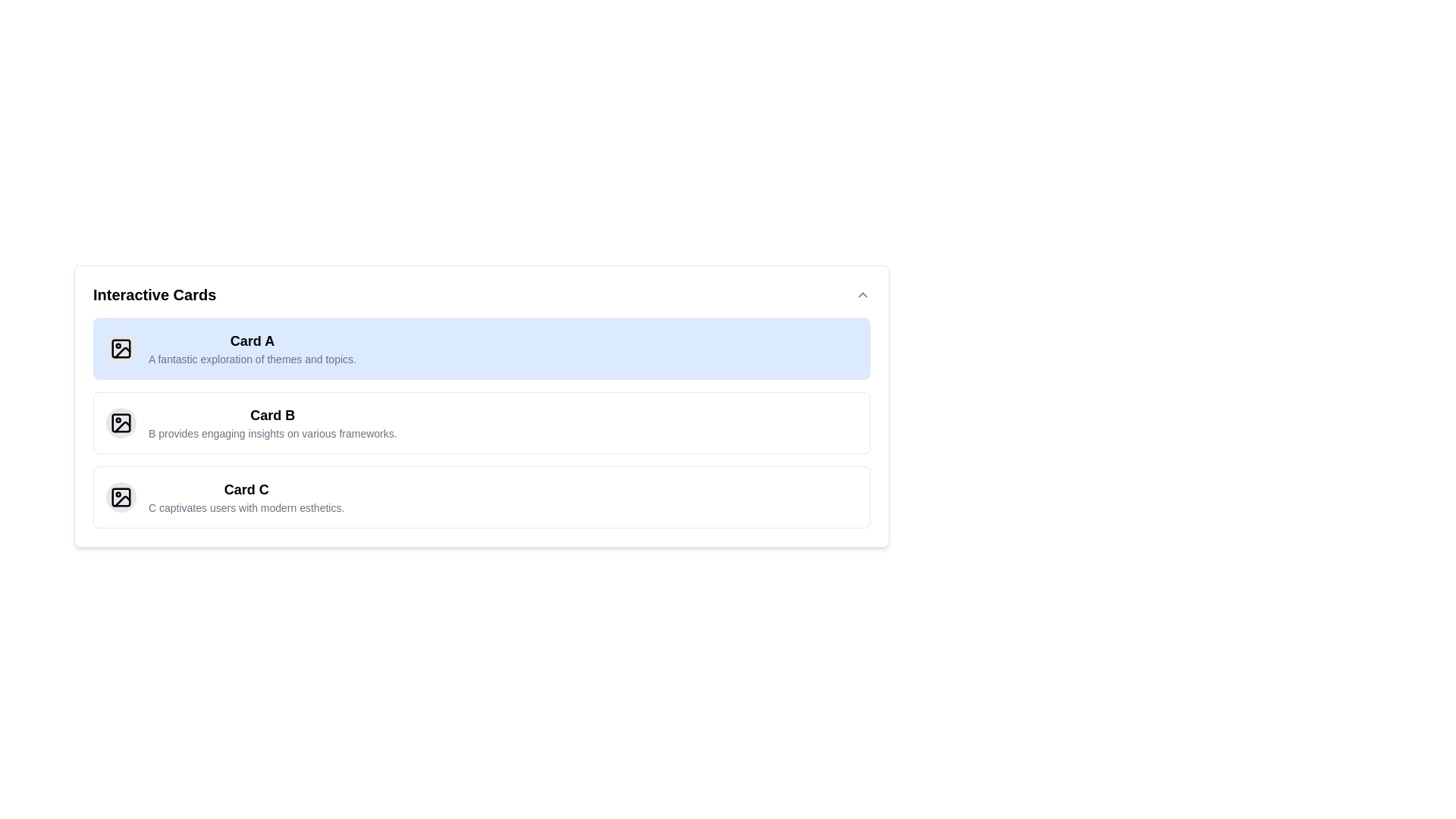  Describe the element at coordinates (481, 423) in the screenshot. I see `the second informational card in the vertically arranged list` at that location.